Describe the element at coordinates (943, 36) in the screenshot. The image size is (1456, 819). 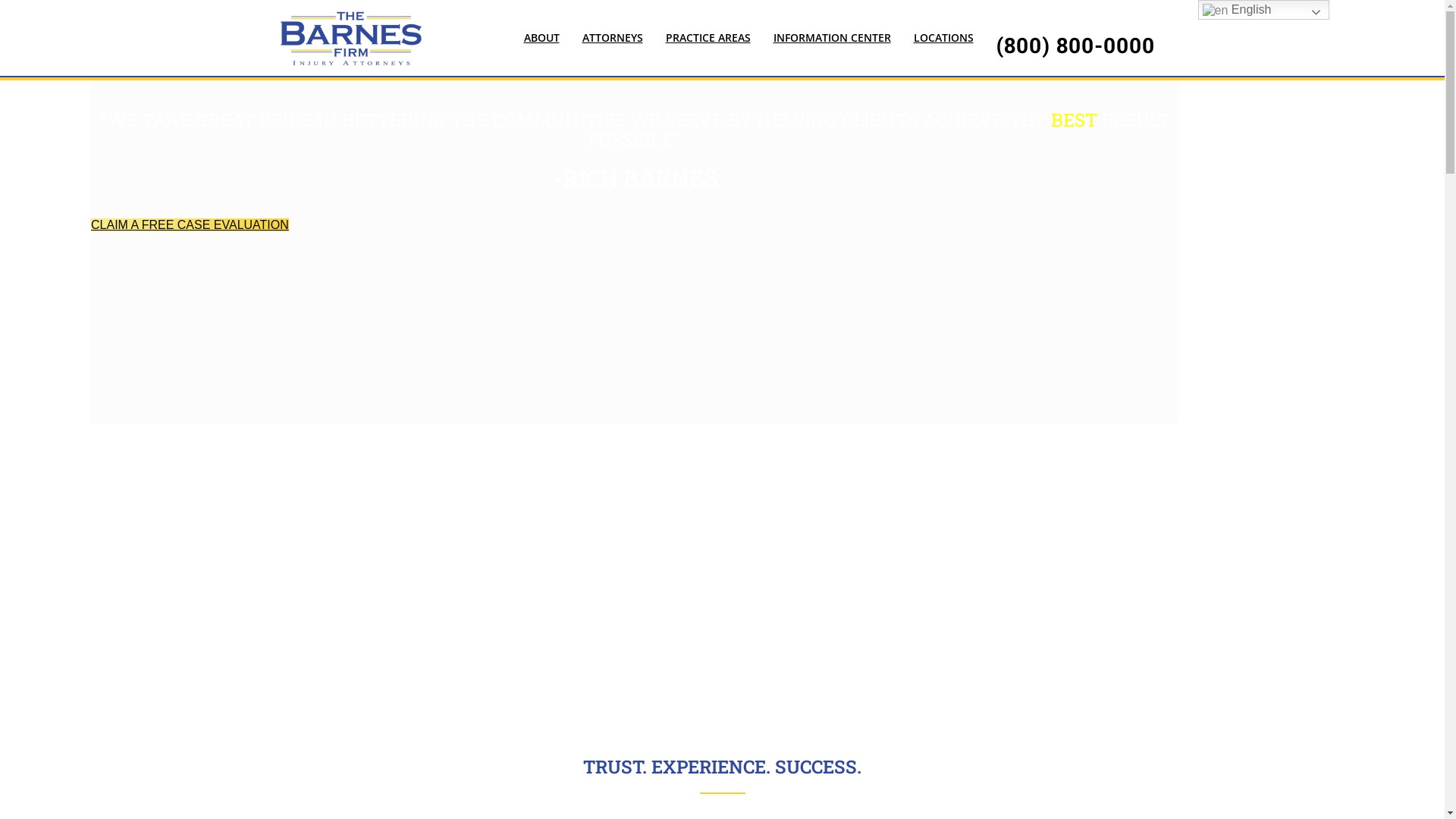
I see `'LOCATIONS'` at that location.